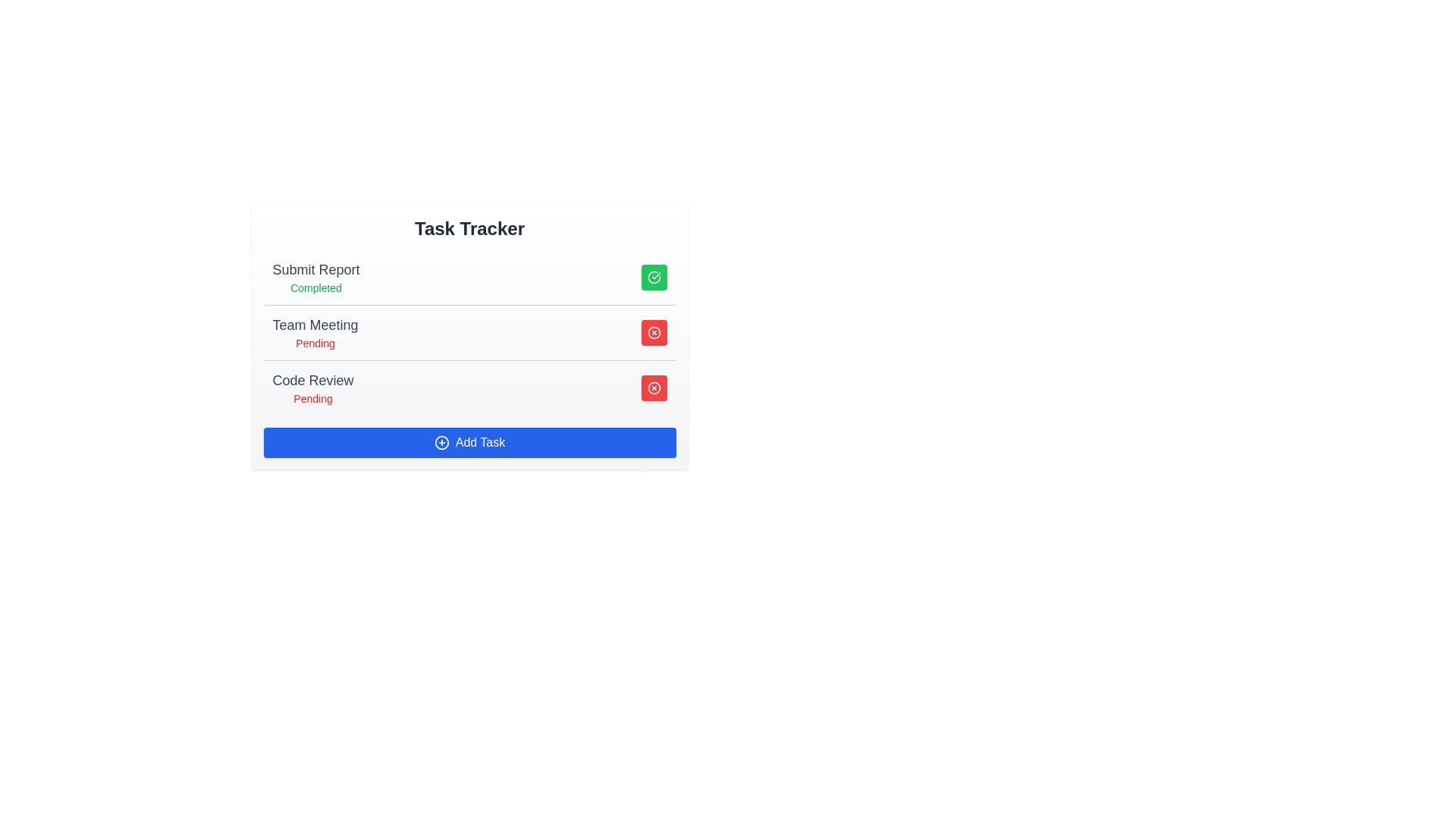 Image resolution: width=1456 pixels, height=819 pixels. Describe the element at coordinates (469, 228) in the screenshot. I see `the header text label of the task management interface` at that location.